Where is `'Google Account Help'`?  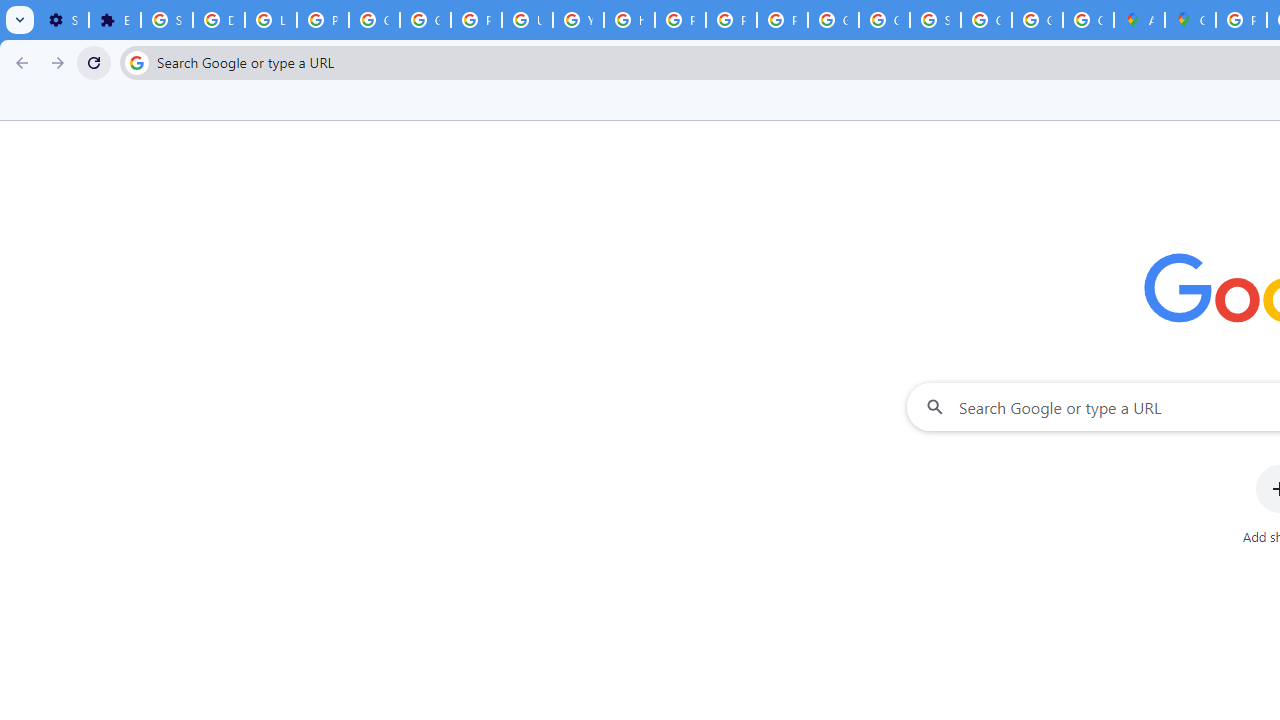
'Google Account Help' is located at coordinates (375, 20).